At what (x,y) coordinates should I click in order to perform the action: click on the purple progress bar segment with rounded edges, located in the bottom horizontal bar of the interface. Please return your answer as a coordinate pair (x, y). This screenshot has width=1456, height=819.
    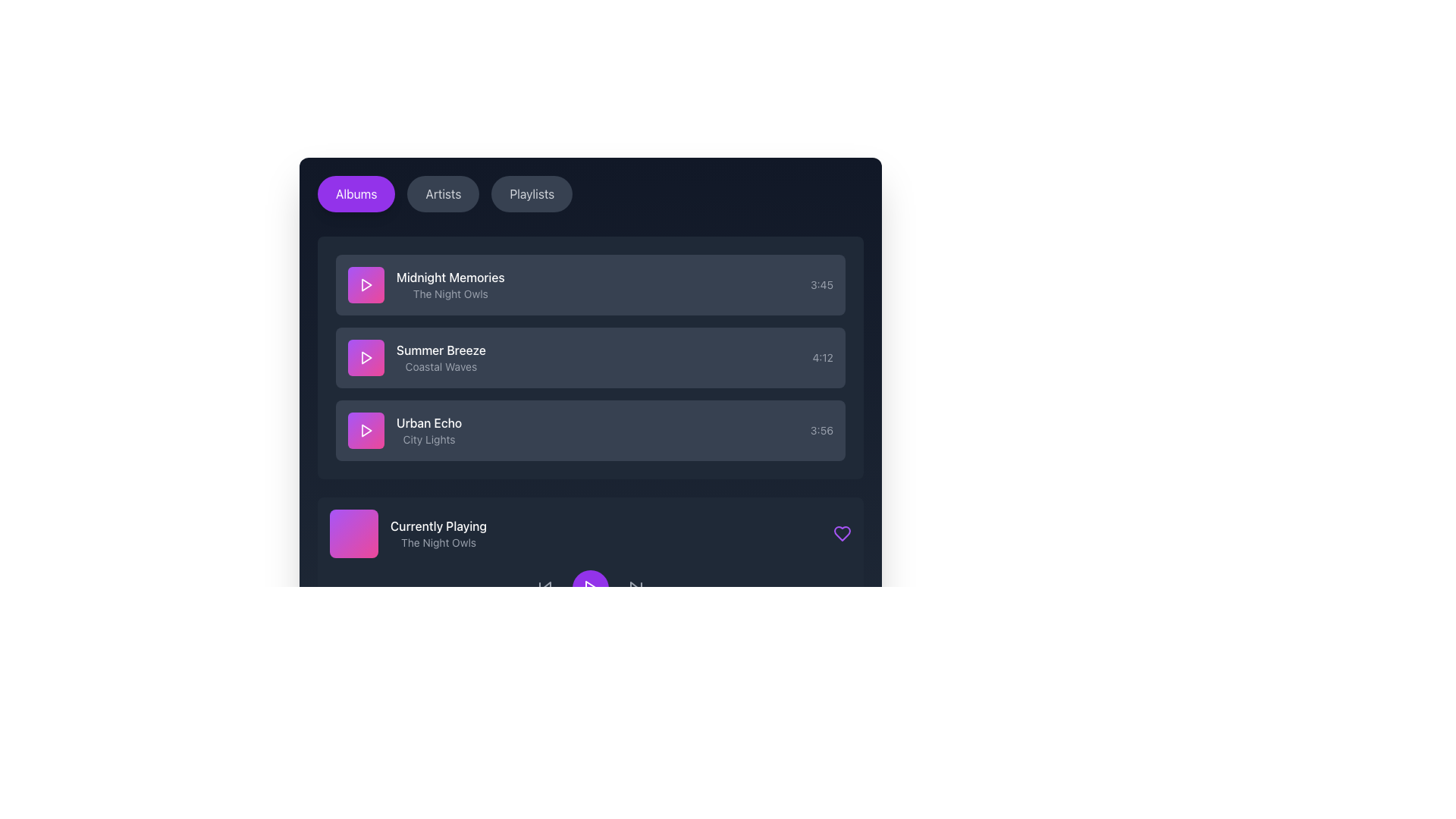
    Looking at the image, I should click on (435, 628).